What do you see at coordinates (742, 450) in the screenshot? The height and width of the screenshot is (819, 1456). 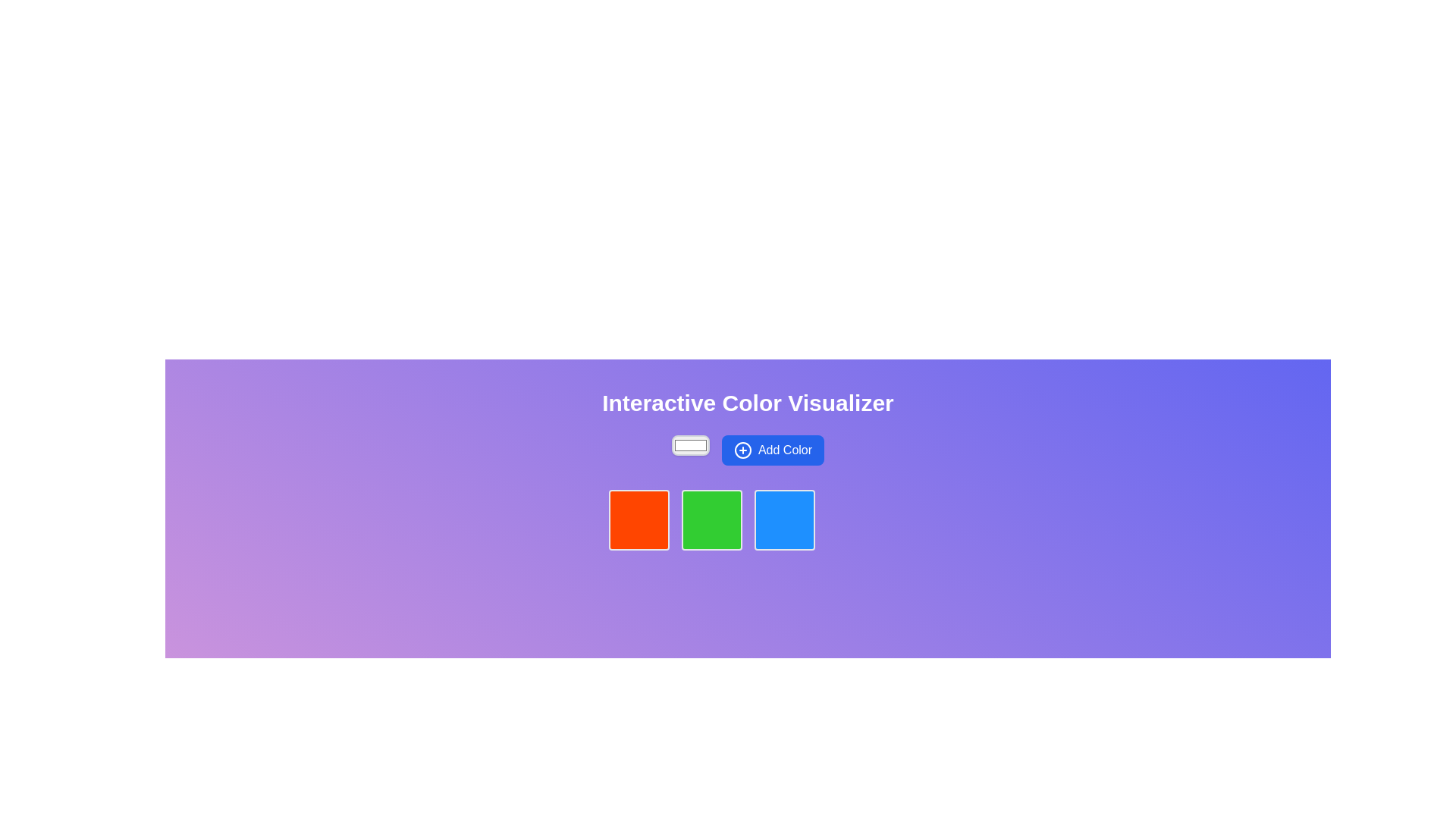 I see `the SVG graphic element, which is a circular outline styled with a thin line, located at the center of the 'Add Color' button` at bounding box center [742, 450].